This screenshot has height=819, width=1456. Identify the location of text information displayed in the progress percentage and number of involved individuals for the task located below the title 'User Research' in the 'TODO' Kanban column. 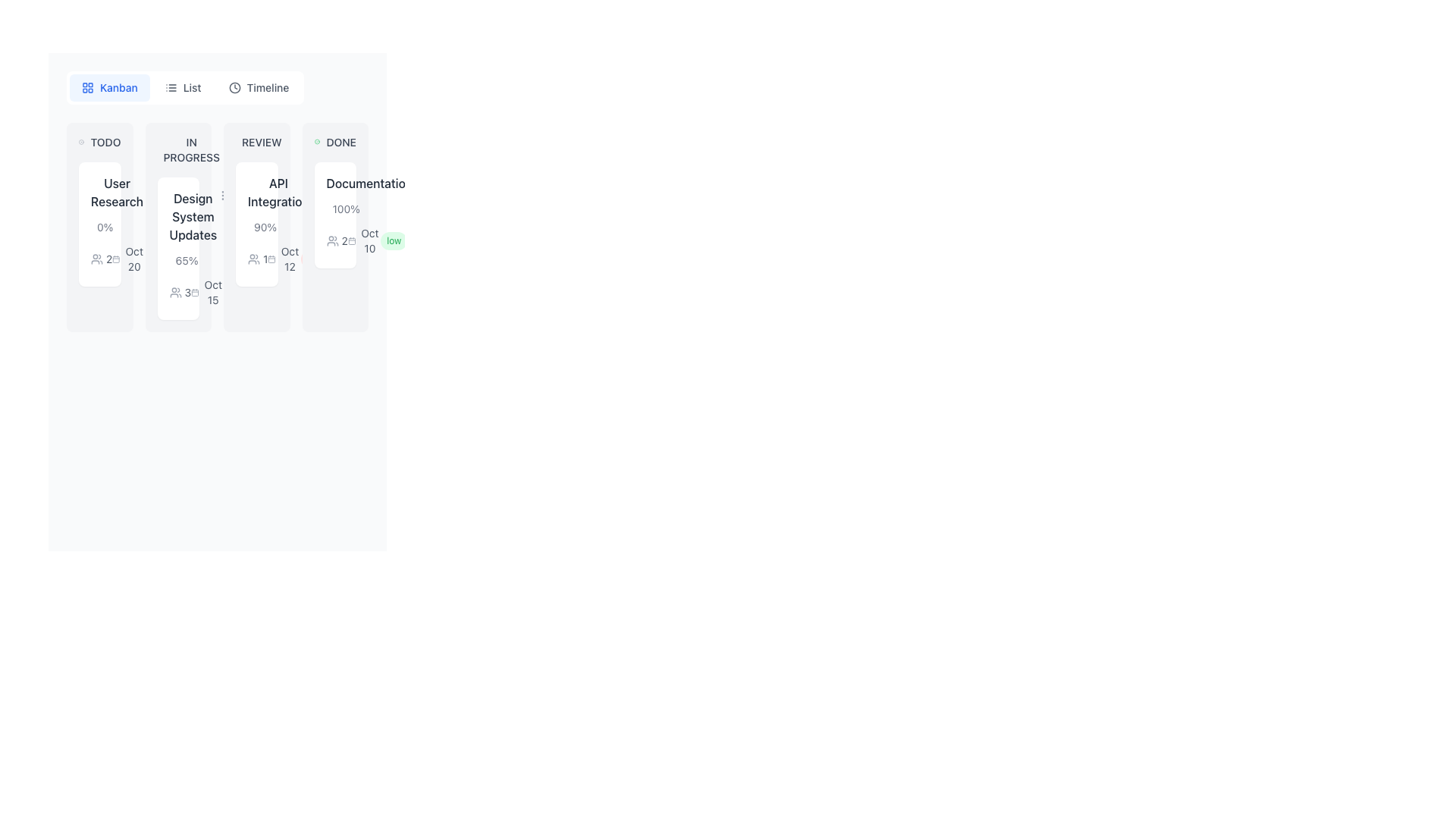
(99, 246).